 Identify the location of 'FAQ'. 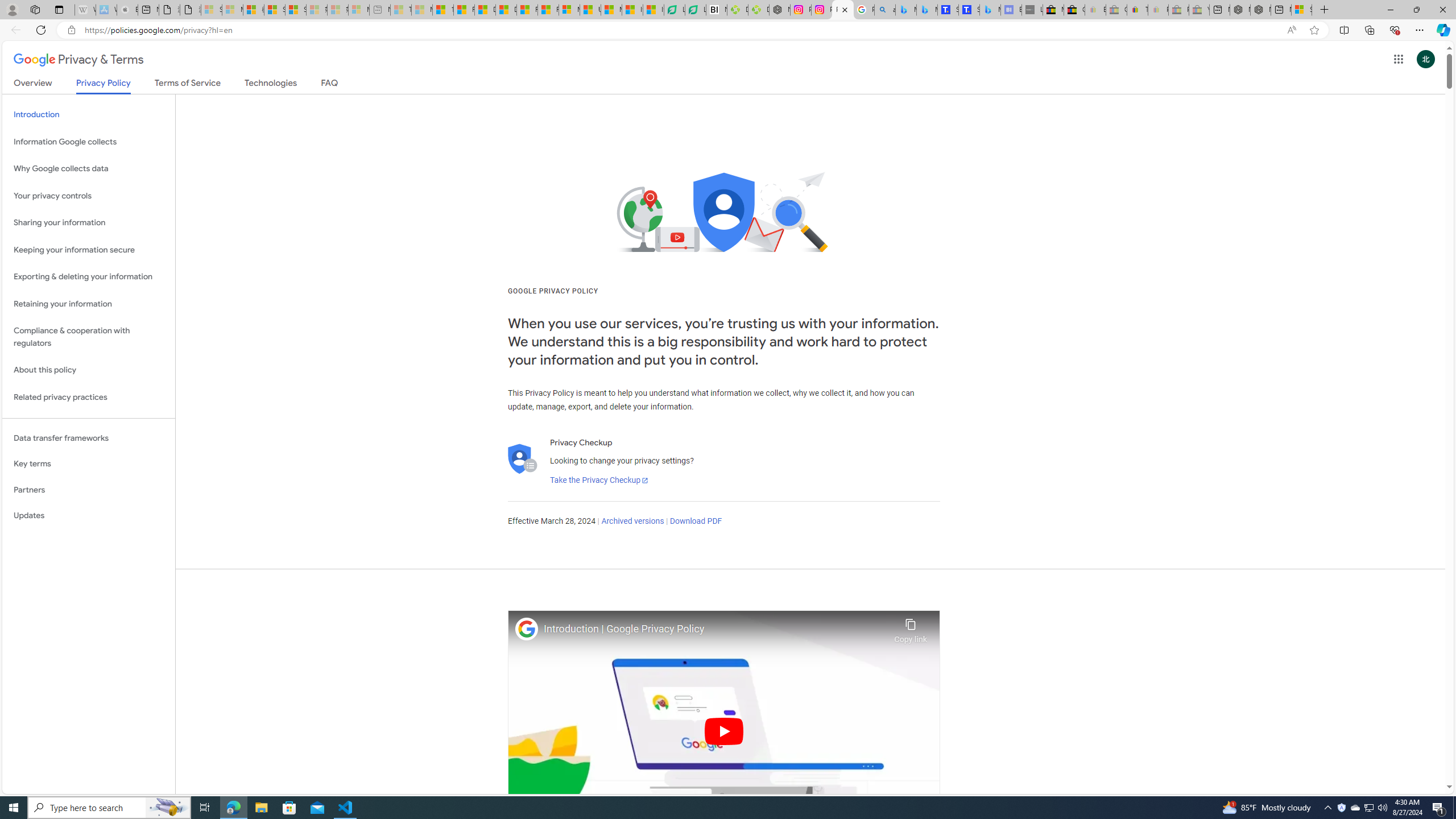
(329, 85).